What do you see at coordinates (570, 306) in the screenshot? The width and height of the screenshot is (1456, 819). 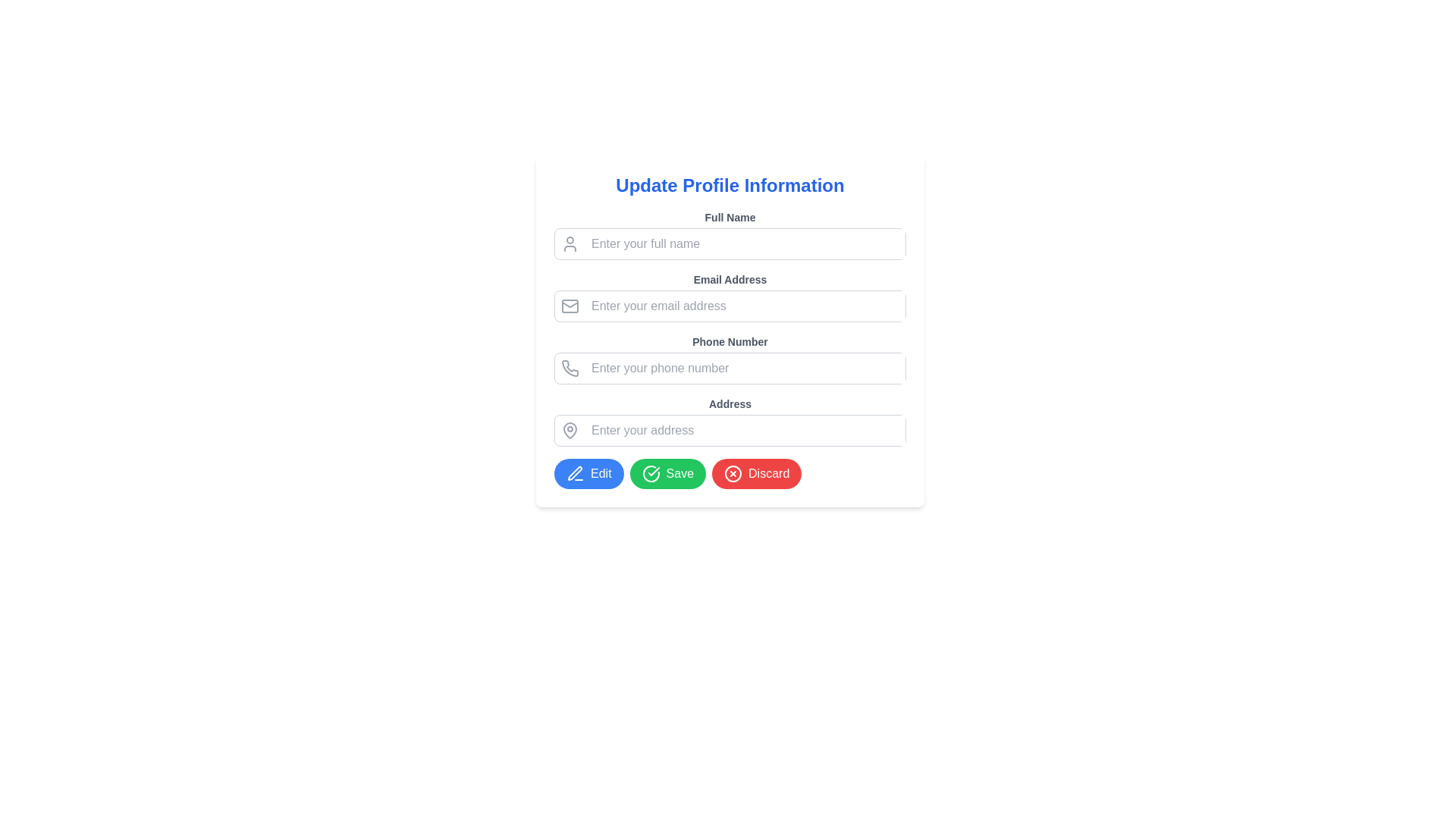 I see `the SVG mail icon that visually cues the 'Email Address' input field, located just to the left inside the input box` at bounding box center [570, 306].